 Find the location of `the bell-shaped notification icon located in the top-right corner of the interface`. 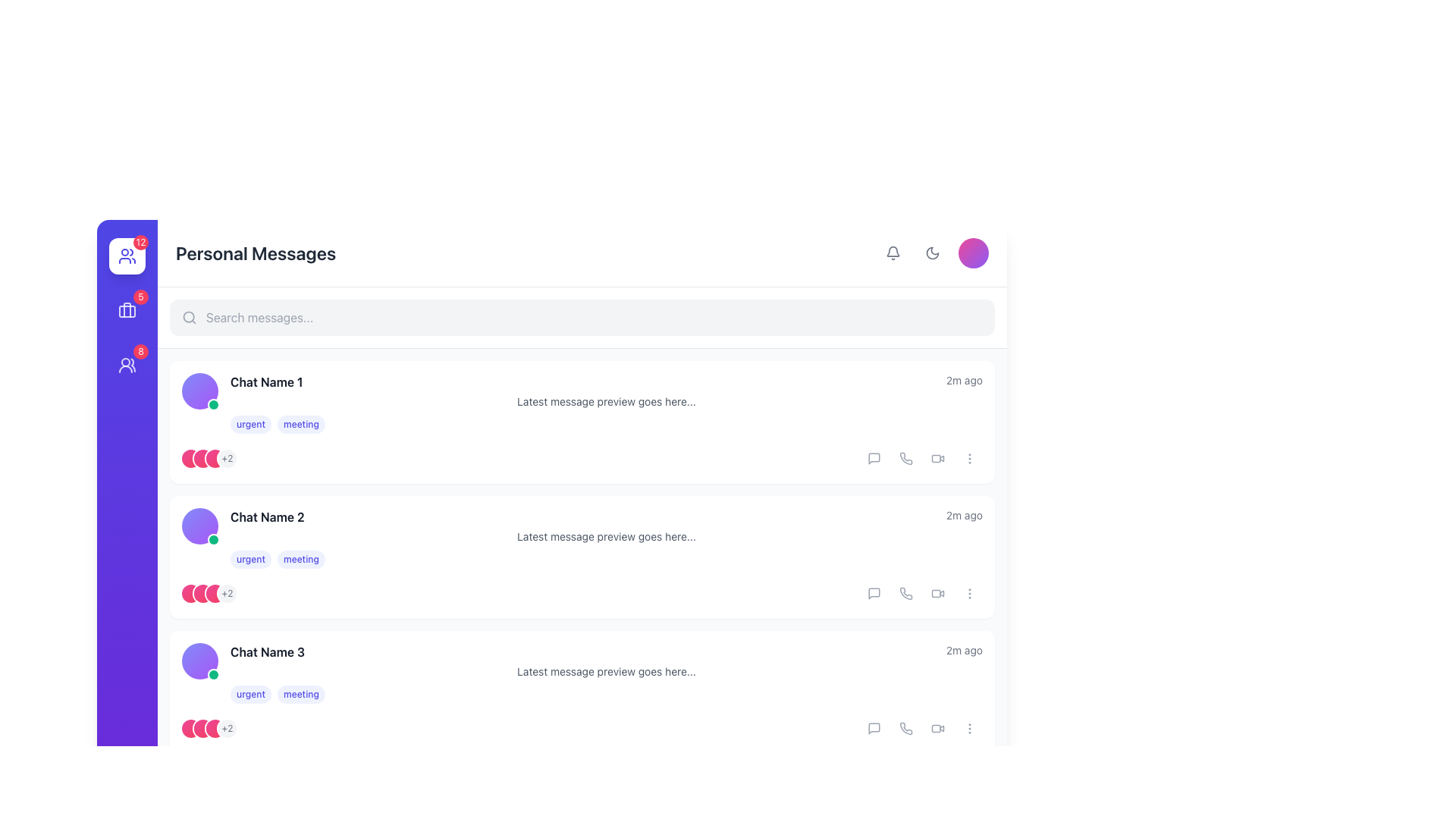

the bell-shaped notification icon located in the top-right corner of the interface is located at coordinates (893, 253).